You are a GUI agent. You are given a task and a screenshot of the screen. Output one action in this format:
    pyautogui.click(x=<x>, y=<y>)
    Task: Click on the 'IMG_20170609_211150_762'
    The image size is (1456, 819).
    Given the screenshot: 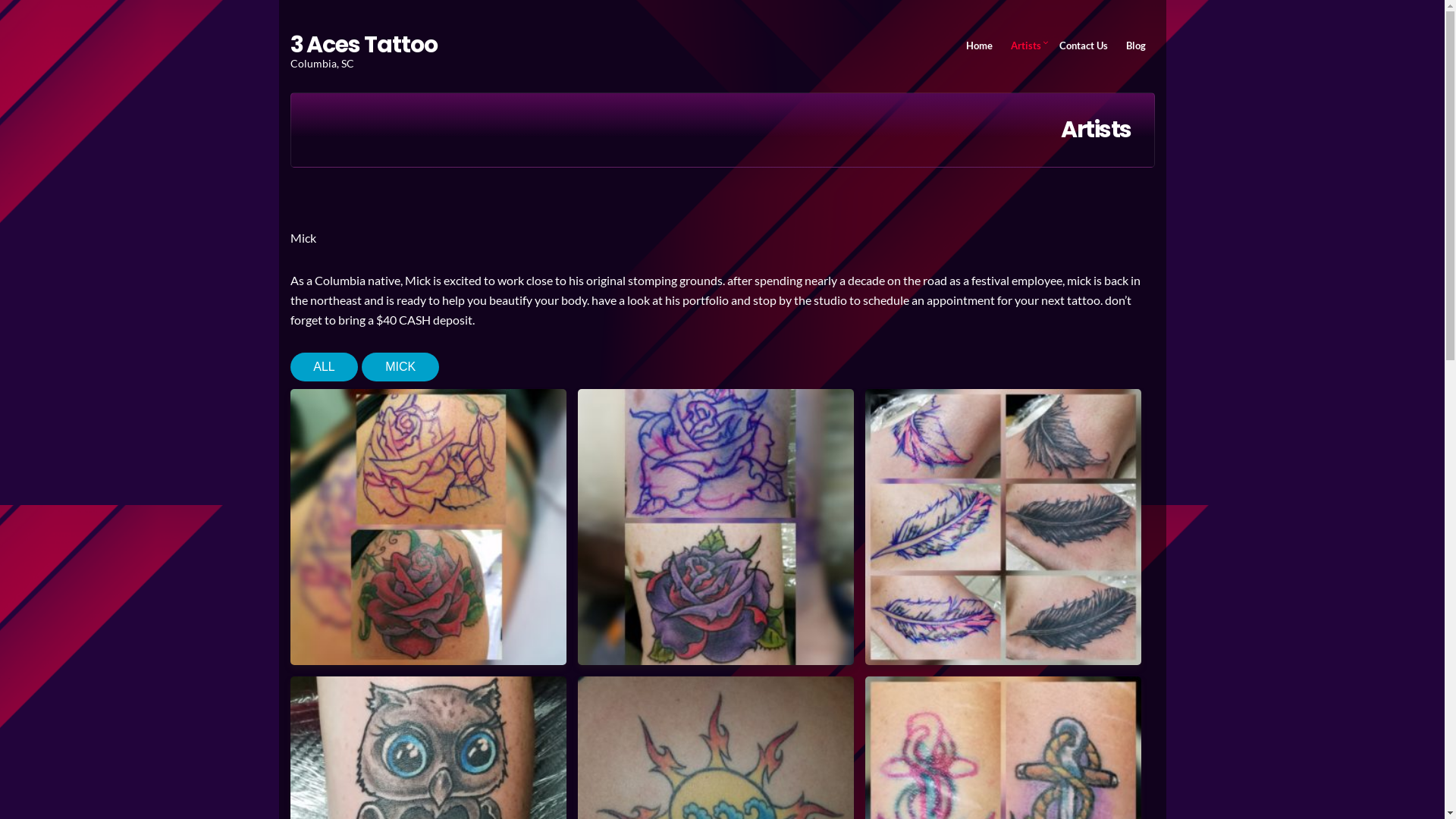 What is the action you would take?
    pyautogui.click(x=427, y=526)
    